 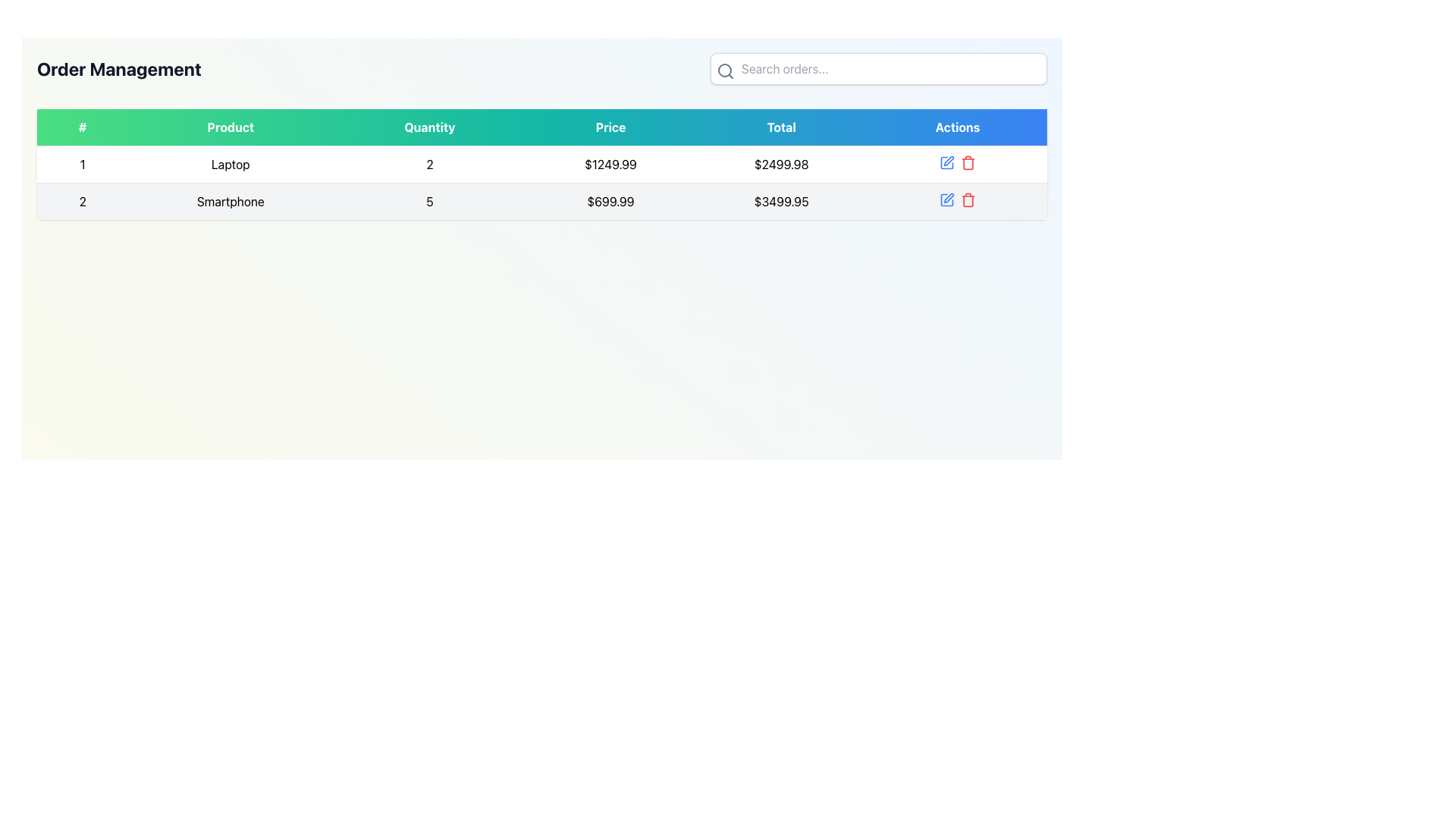 I want to click on the quantity text label for the Laptop product located in the third column of the first row in the table, positioned between 'Laptop' and '$1249.99', so click(x=428, y=164).